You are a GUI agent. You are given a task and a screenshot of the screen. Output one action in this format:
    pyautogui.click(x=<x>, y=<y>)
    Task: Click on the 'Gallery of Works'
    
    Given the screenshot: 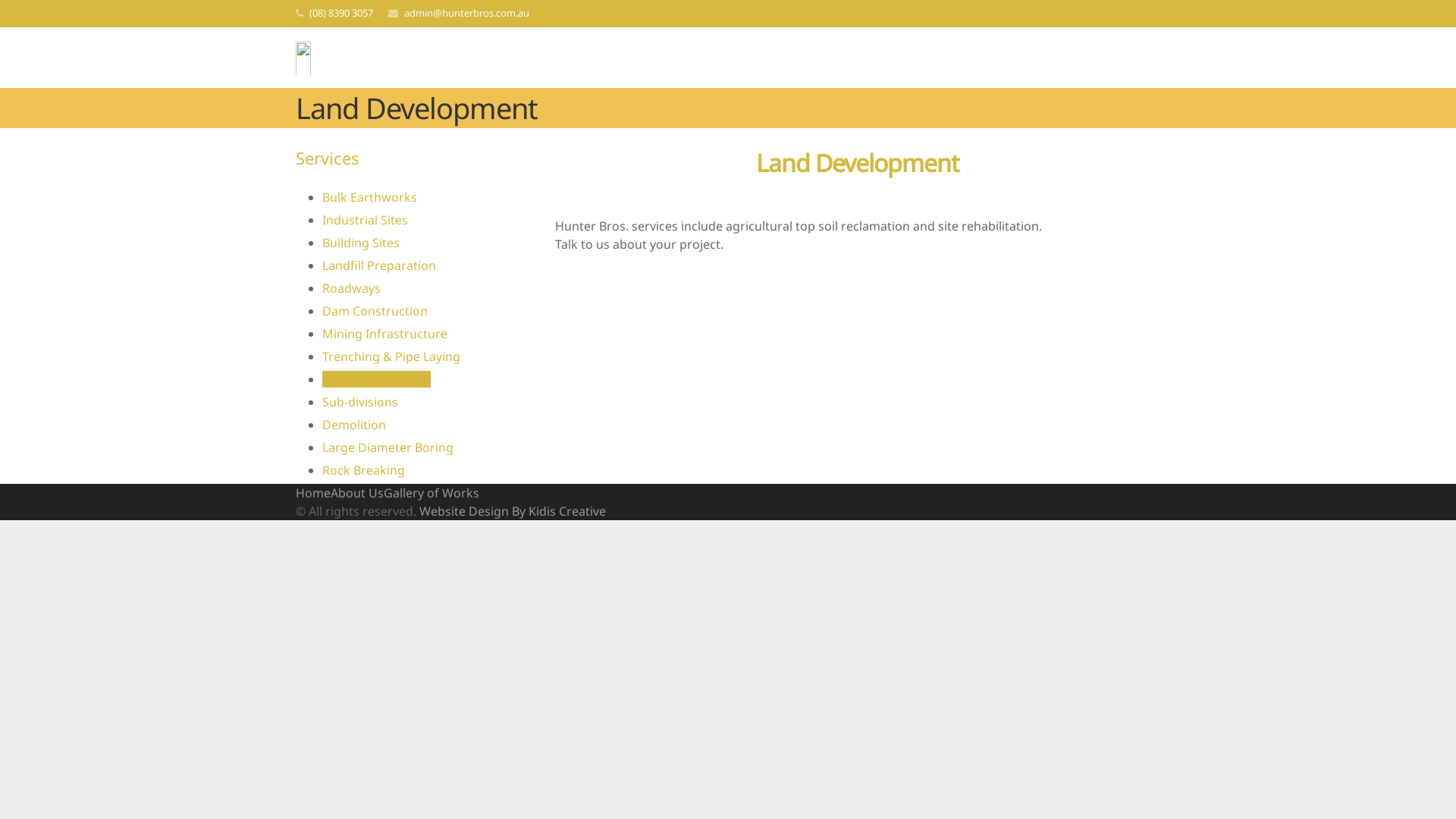 What is the action you would take?
    pyautogui.click(x=383, y=493)
    